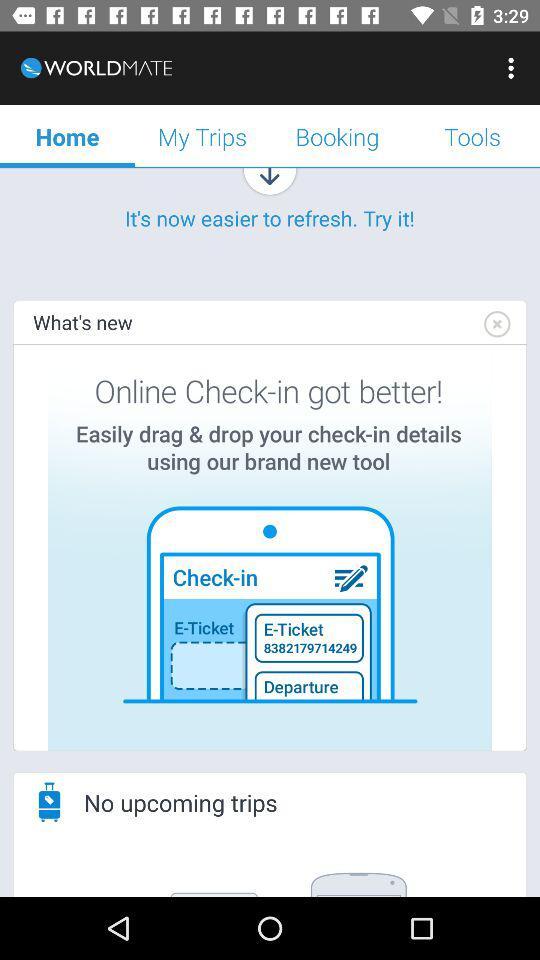 The image size is (540, 960). Describe the element at coordinates (202, 135) in the screenshot. I see `the my trips` at that location.